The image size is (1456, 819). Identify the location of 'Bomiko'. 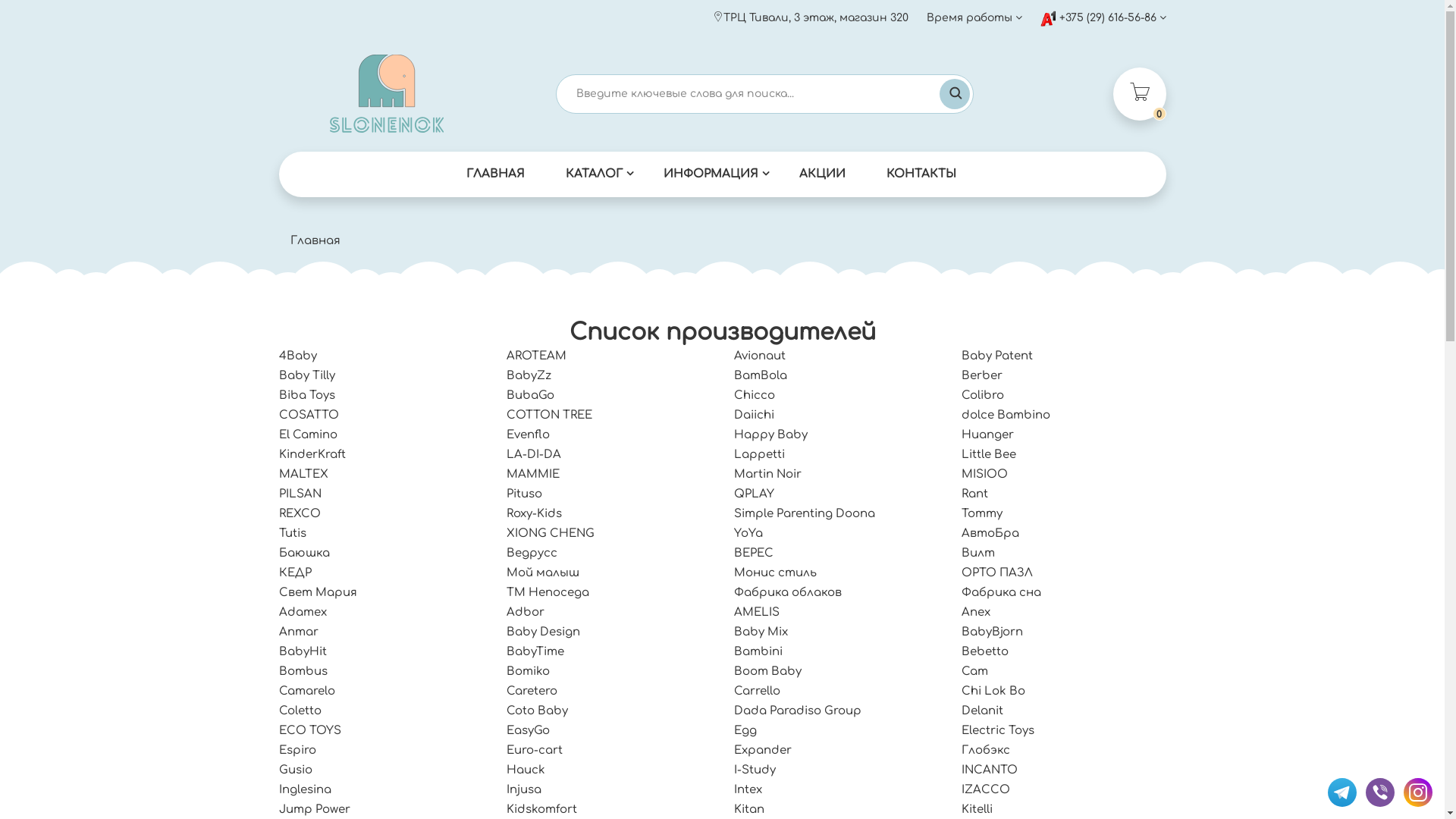
(528, 670).